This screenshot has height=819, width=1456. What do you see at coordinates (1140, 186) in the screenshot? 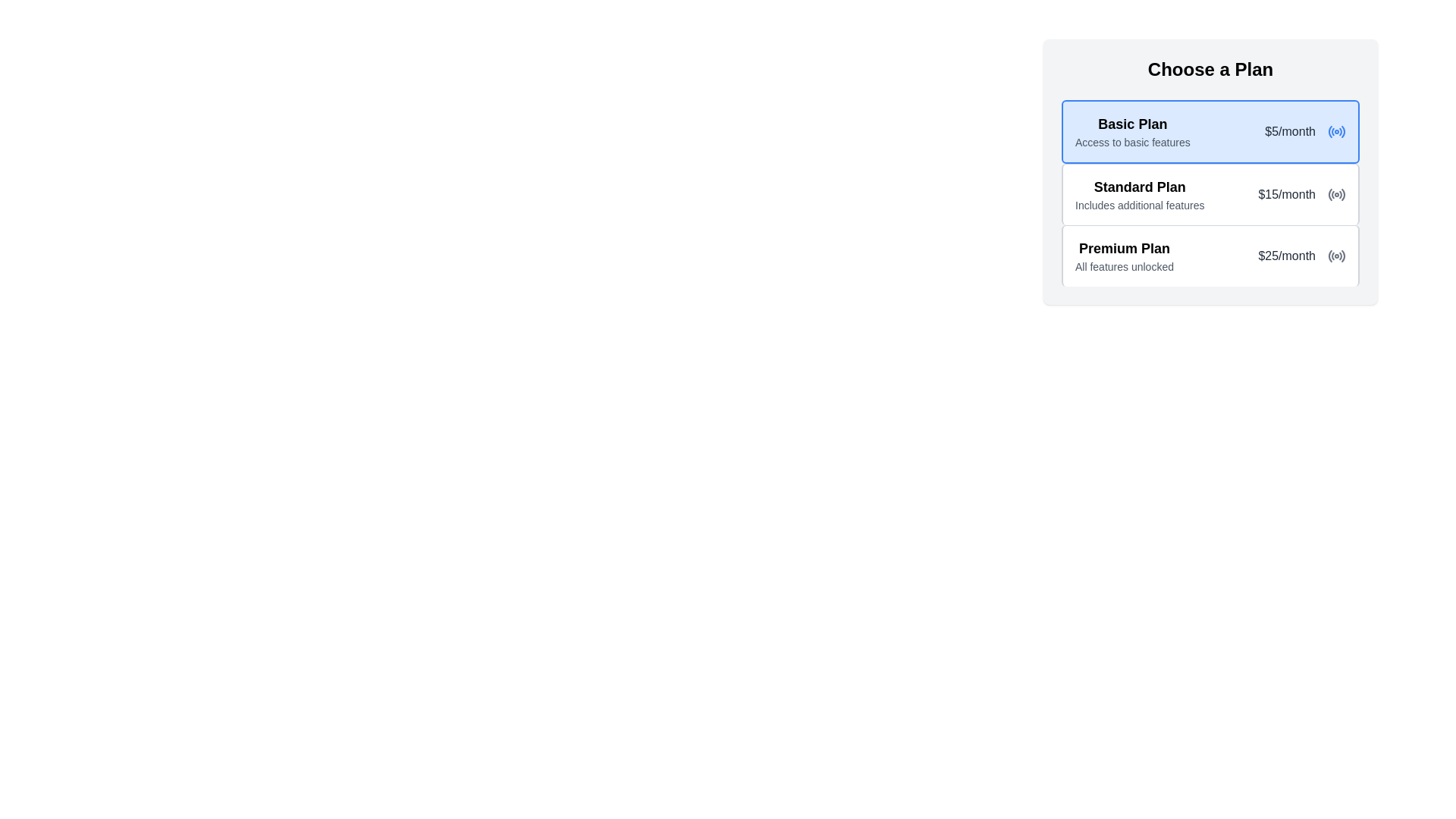
I see `the 'Standard Plan' section title text label, which is visually styled in bold and large font, indicating it is a header within a list of plans` at bounding box center [1140, 186].